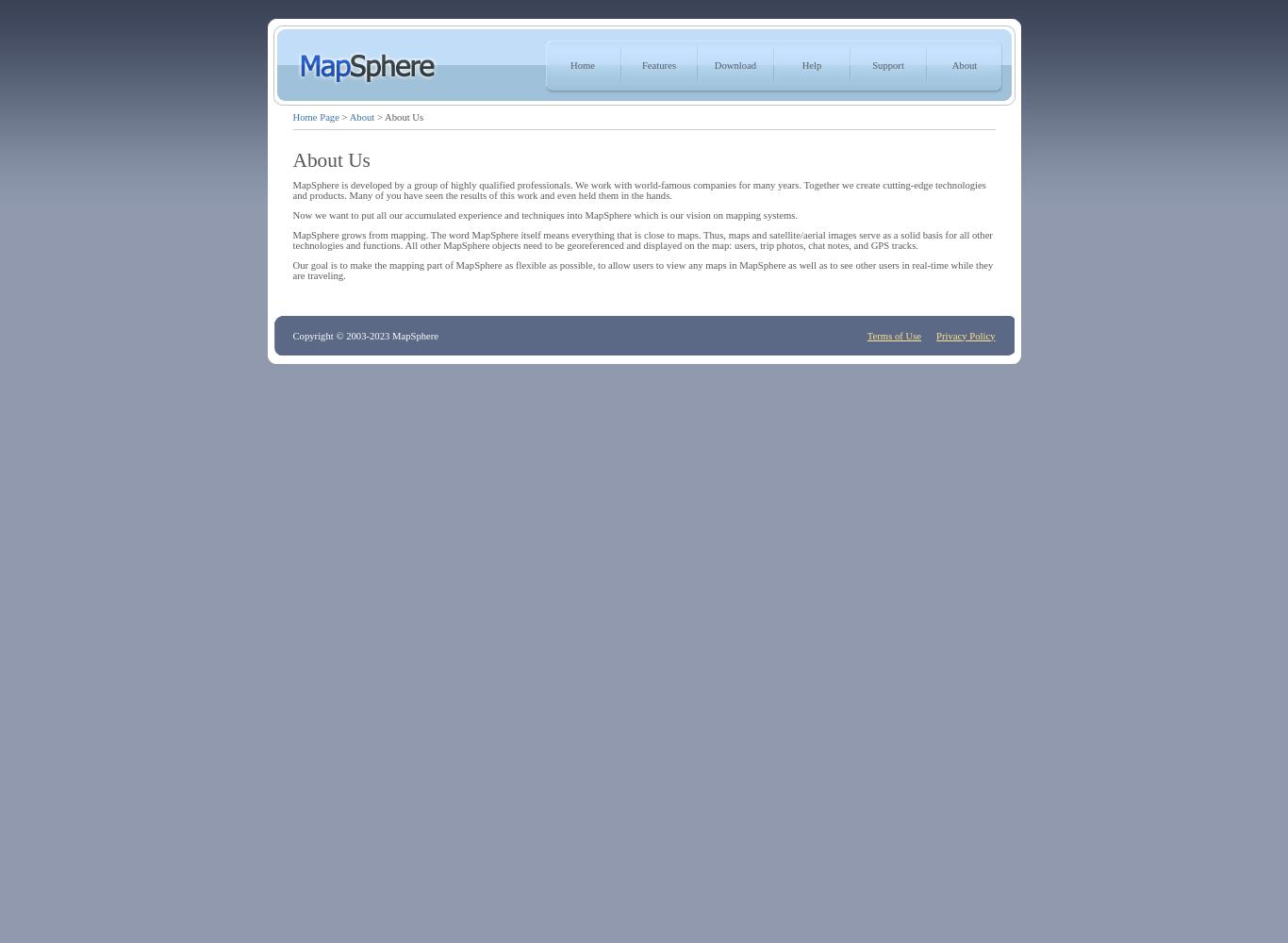 The width and height of the screenshot is (1288, 943). I want to click on 'MapSphere grows from mapping. The word MapSphere itself means everything that is close to maps. Thus, maps and satellite/aerial images serve as a solid basis for all other technologies and functions. All other MapSphere objects need to be georeferenced and displayed on the map: users, trip photos, chat notes, and GPS tracks.', so click(640, 240).